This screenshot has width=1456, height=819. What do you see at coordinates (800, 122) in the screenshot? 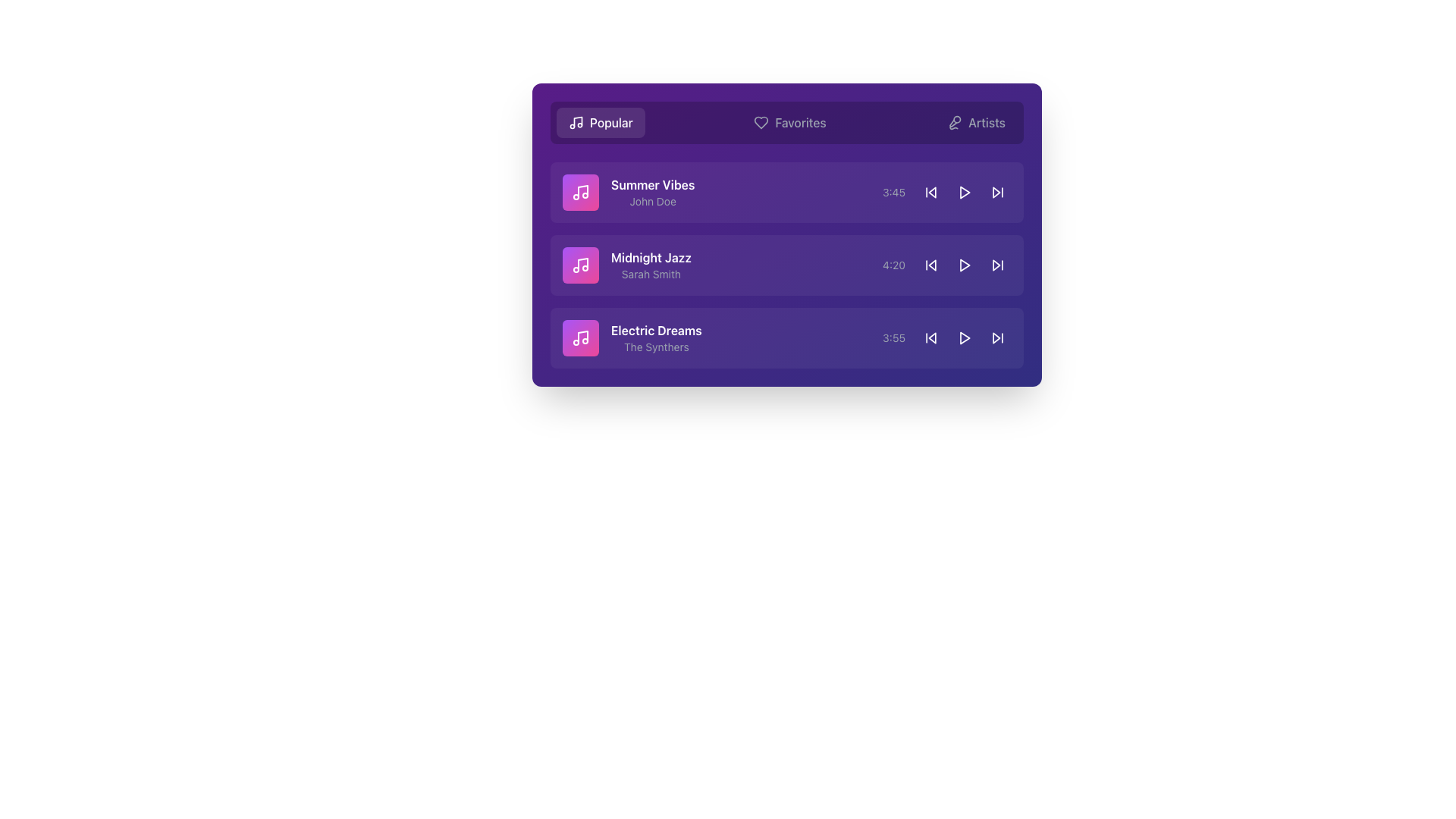
I see `the 'Favorites' label element, which displays the word 'Favorites' in white font on a purple background, positioned between 'Popular' and 'Artists'` at bounding box center [800, 122].